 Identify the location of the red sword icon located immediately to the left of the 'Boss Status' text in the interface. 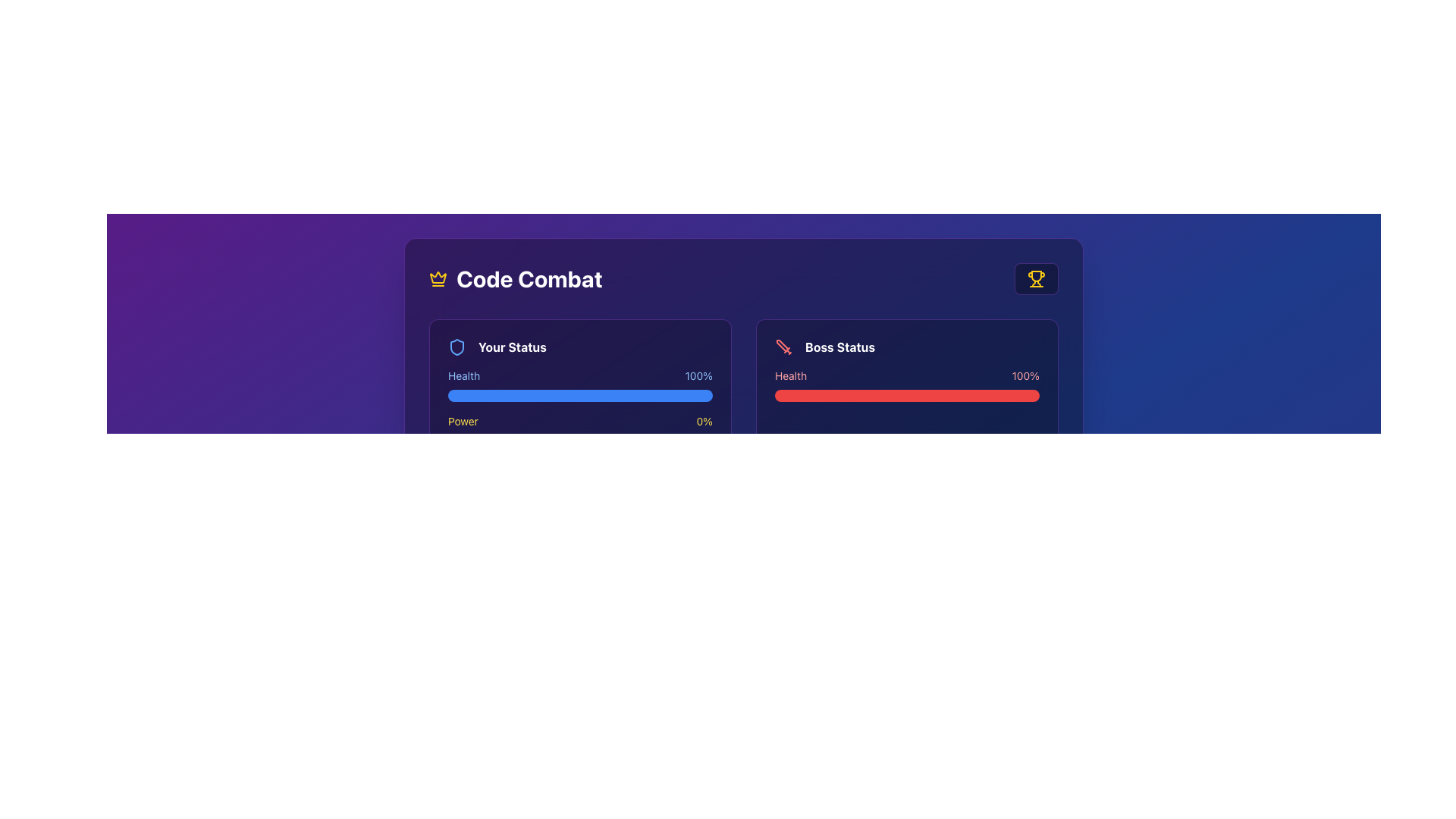
(783, 347).